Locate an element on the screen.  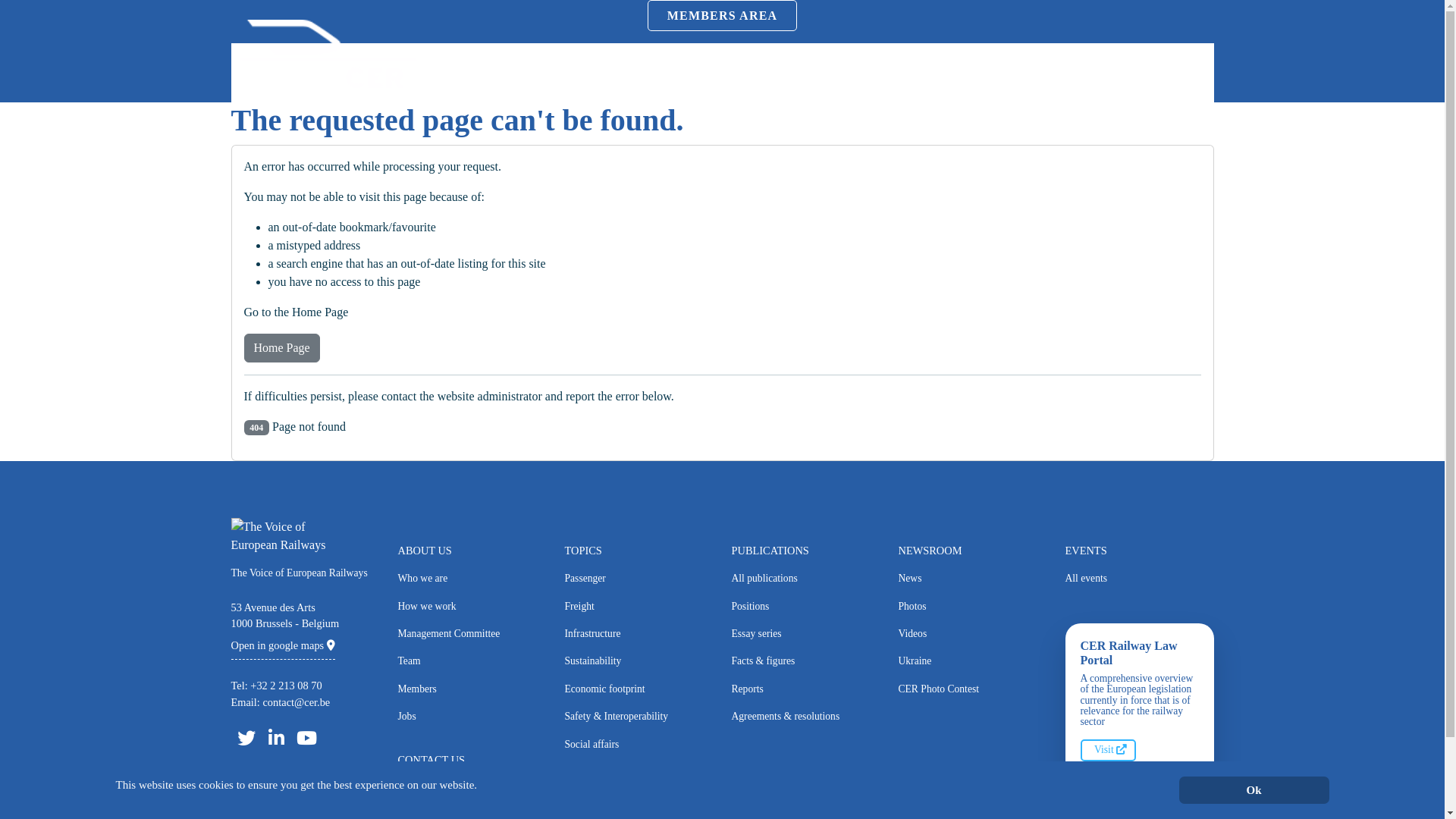
'Team' is located at coordinates (471, 660).